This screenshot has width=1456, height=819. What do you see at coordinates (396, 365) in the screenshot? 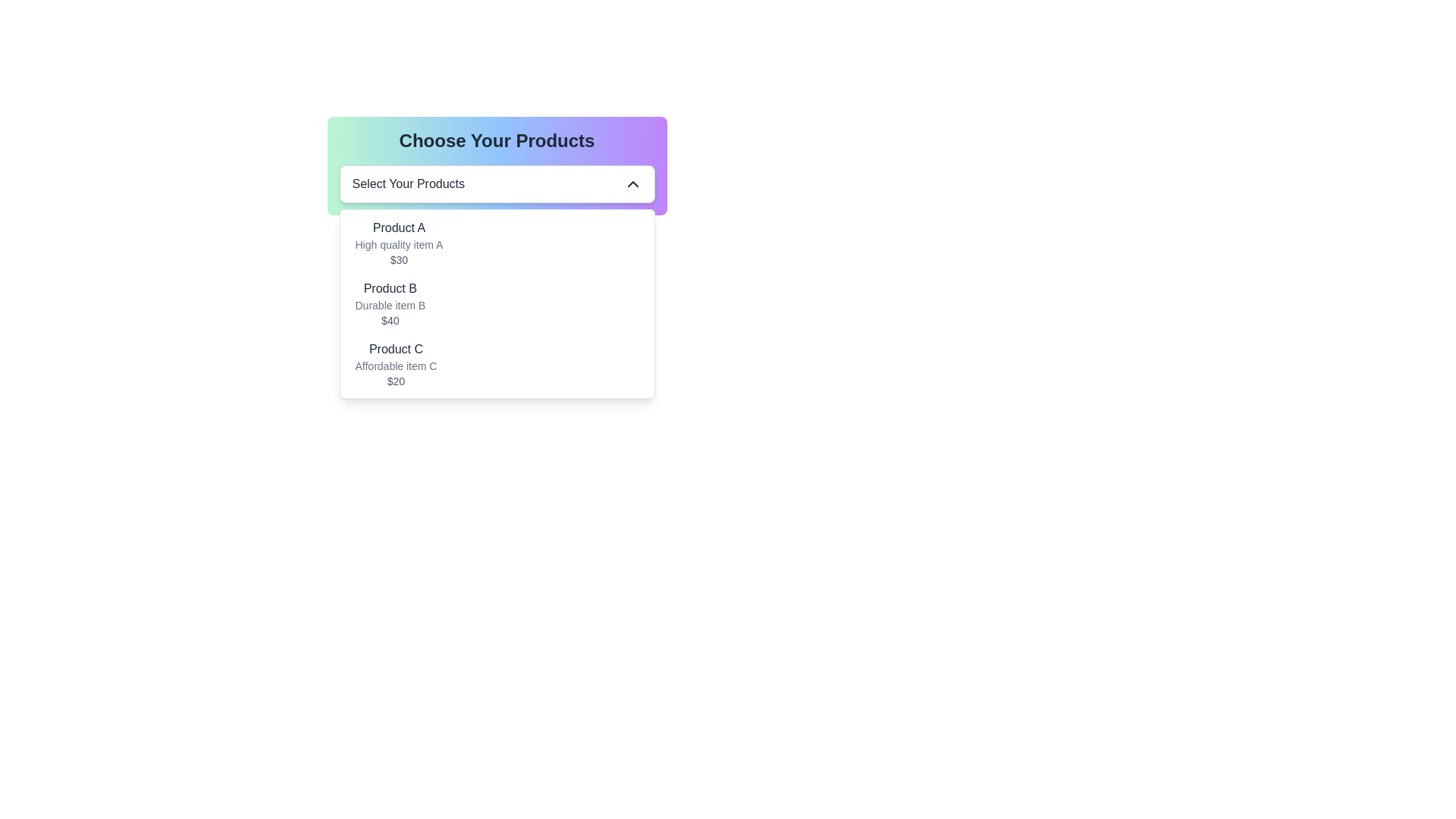
I see `the list item for 'Product C' in the dropdown menu labeled 'Choose Your Products'` at bounding box center [396, 365].